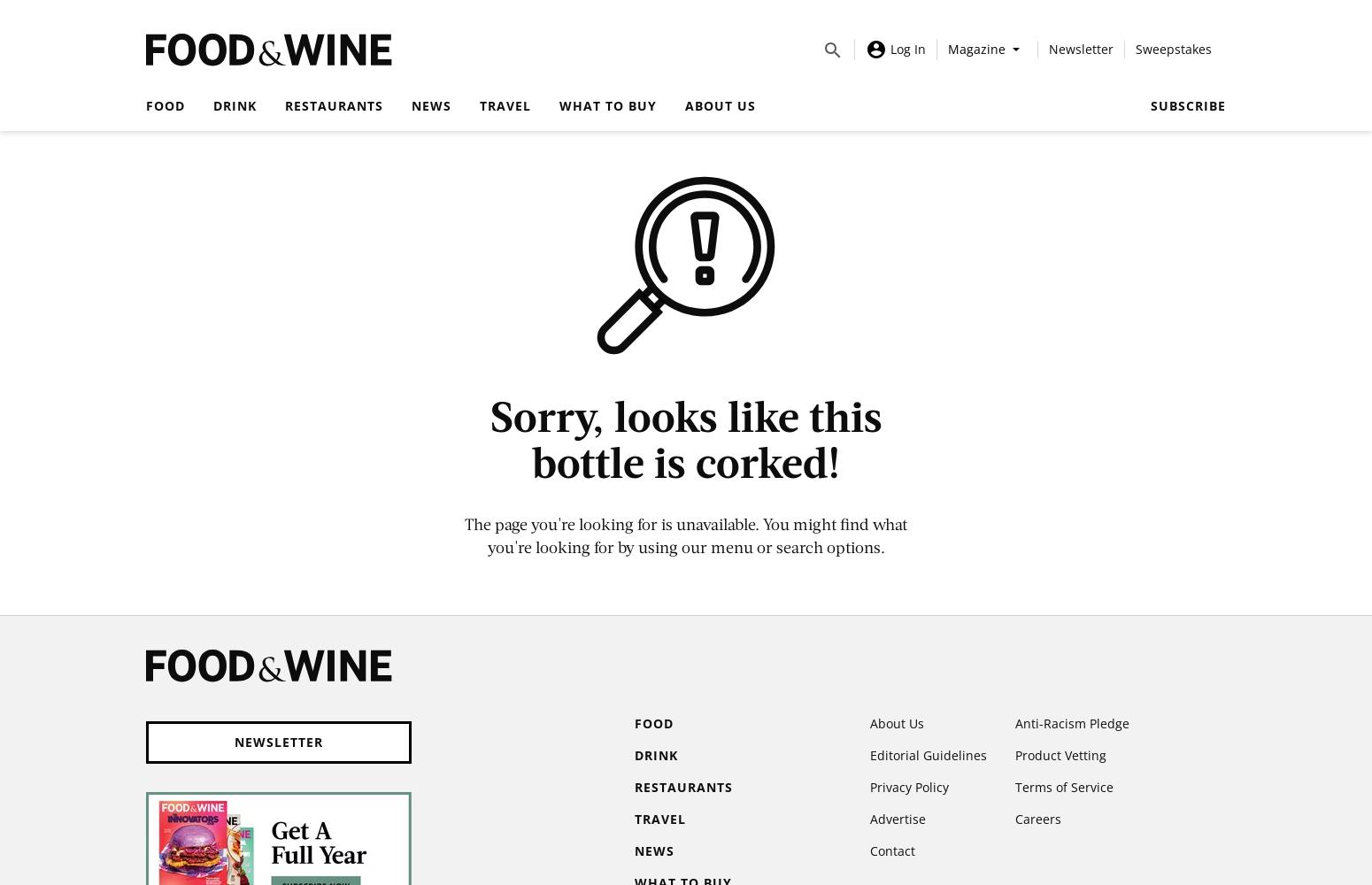 This screenshot has width=1372, height=885. Describe the element at coordinates (685, 437) in the screenshot. I see `'Sorry, looks like this bottle is corked!'` at that location.